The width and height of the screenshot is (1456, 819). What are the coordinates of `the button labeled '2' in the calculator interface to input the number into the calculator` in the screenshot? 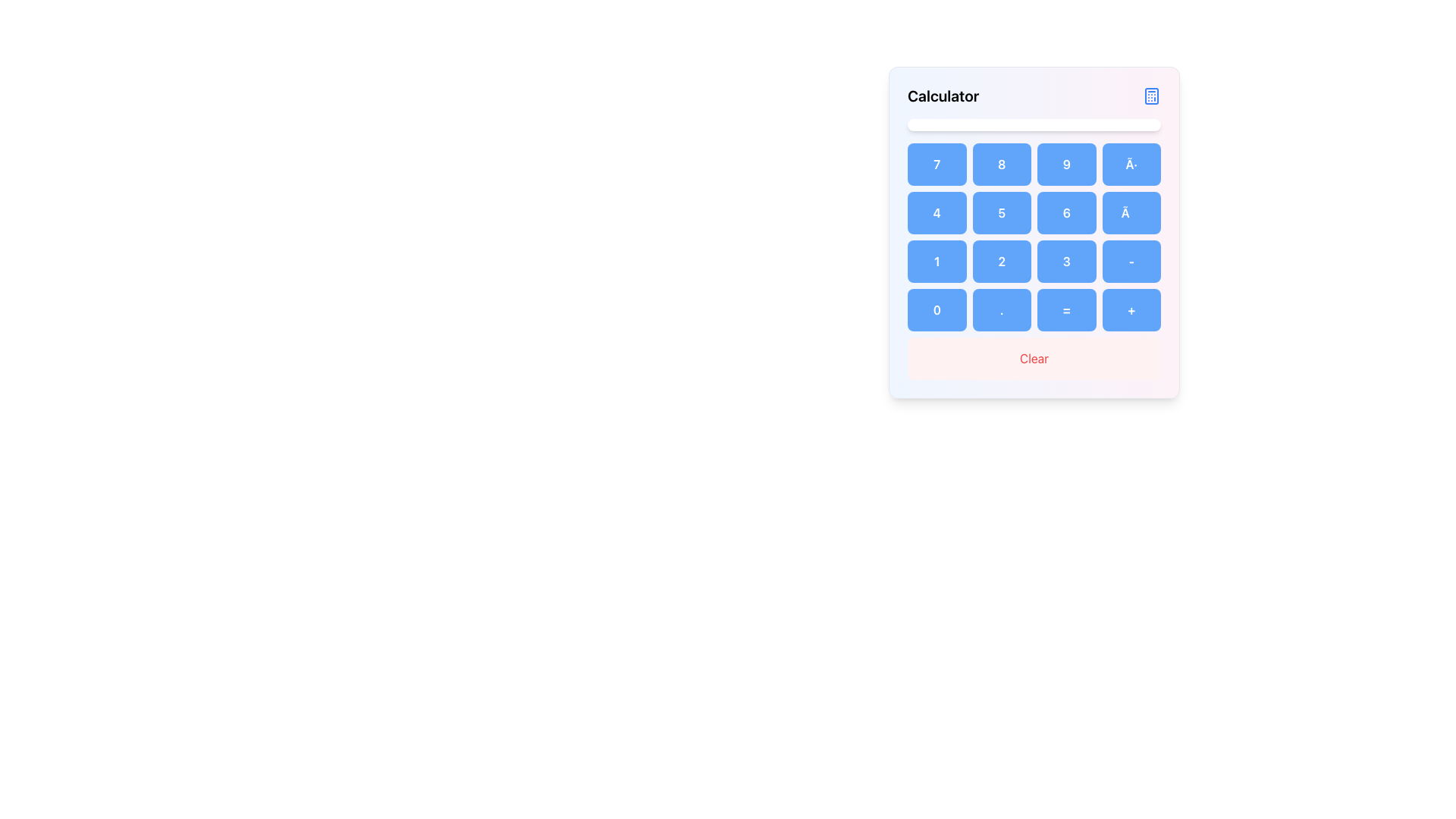 It's located at (1002, 260).